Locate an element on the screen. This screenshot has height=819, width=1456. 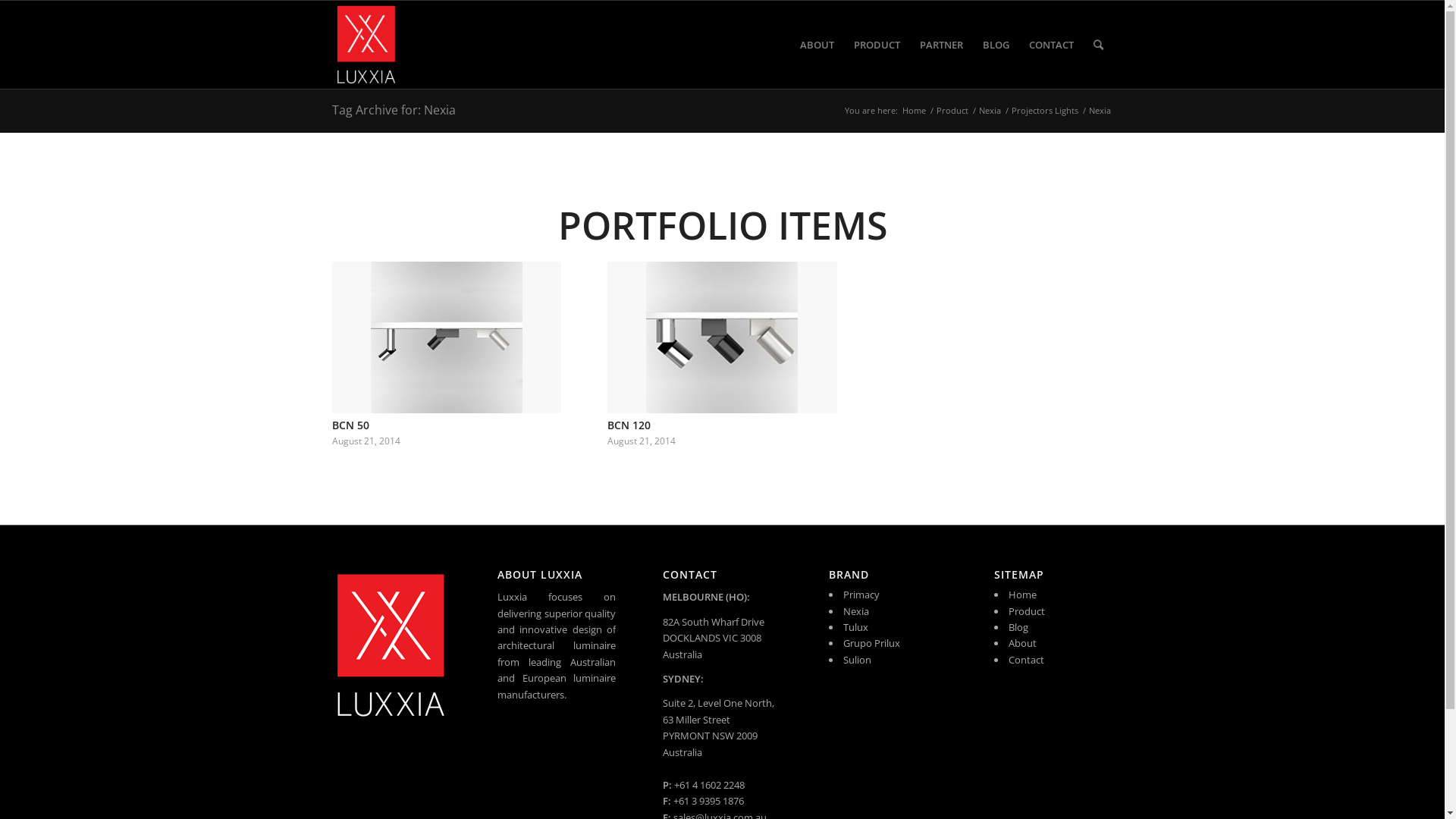
'Sulion' is located at coordinates (857, 659).